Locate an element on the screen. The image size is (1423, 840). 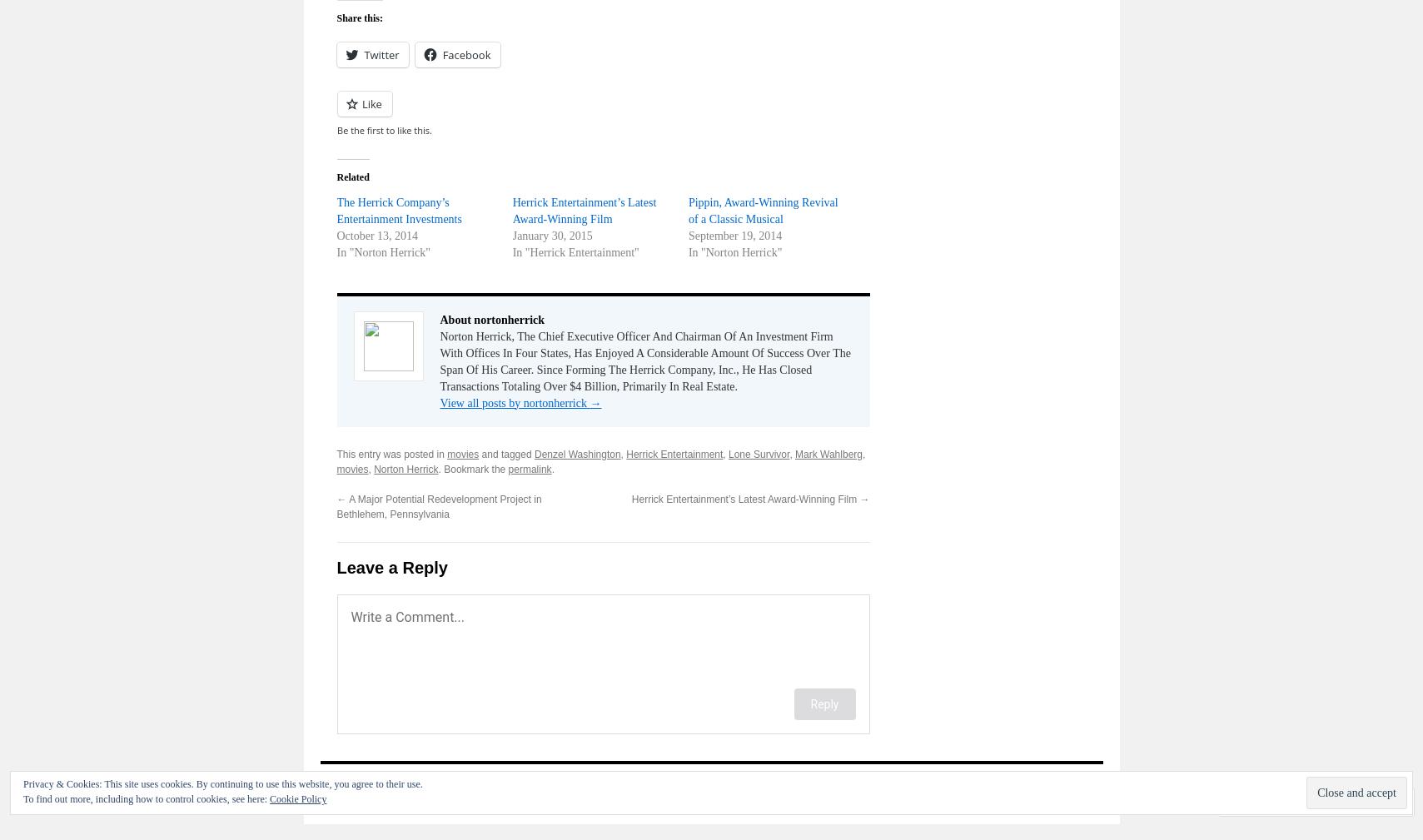
'This entry was posted in' is located at coordinates (391, 453).